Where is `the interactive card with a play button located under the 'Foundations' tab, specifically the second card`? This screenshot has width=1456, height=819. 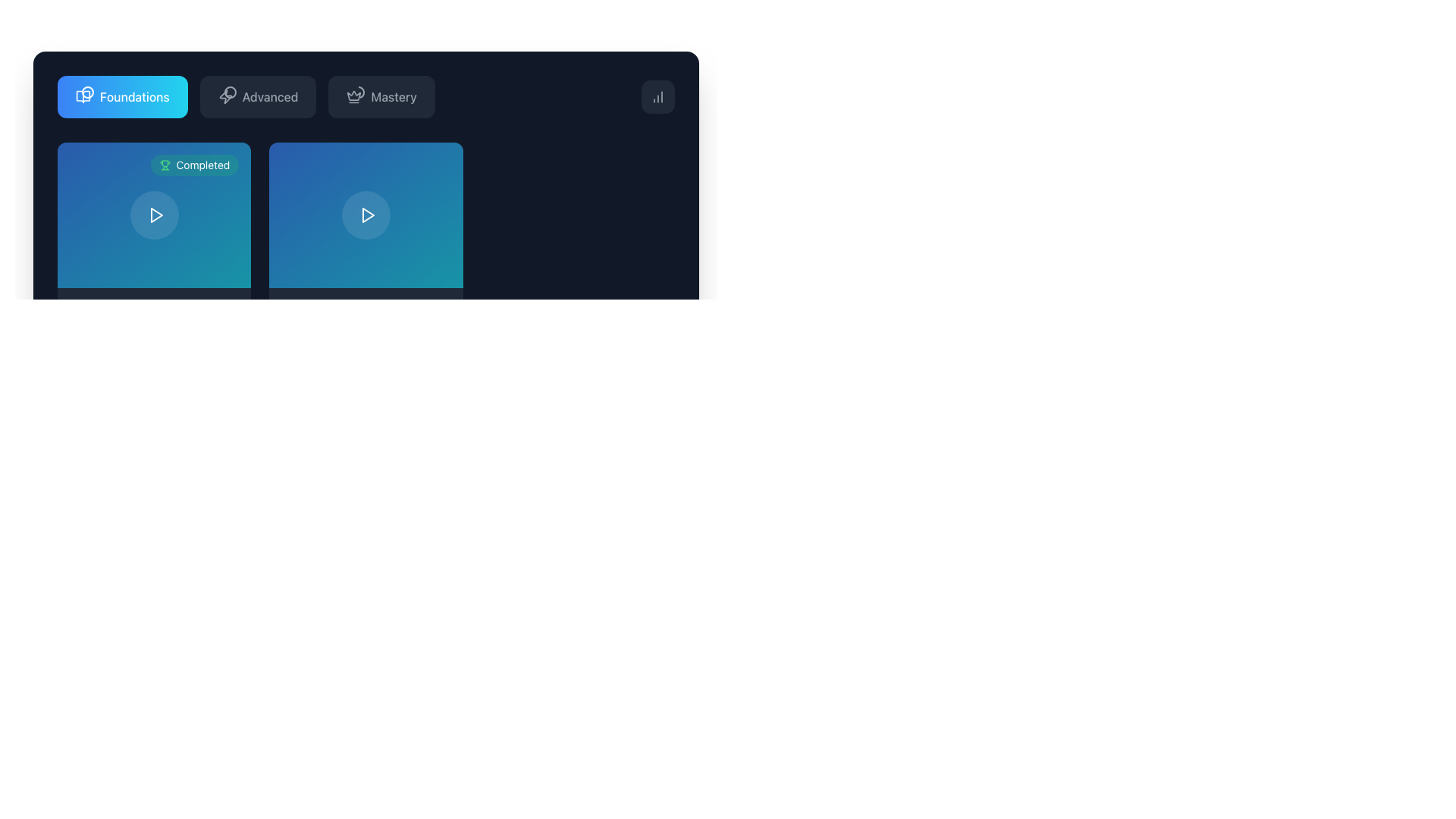 the interactive card with a play button located under the 'Foundations' tab, specifically the second card is located at coordinates (366, 245).